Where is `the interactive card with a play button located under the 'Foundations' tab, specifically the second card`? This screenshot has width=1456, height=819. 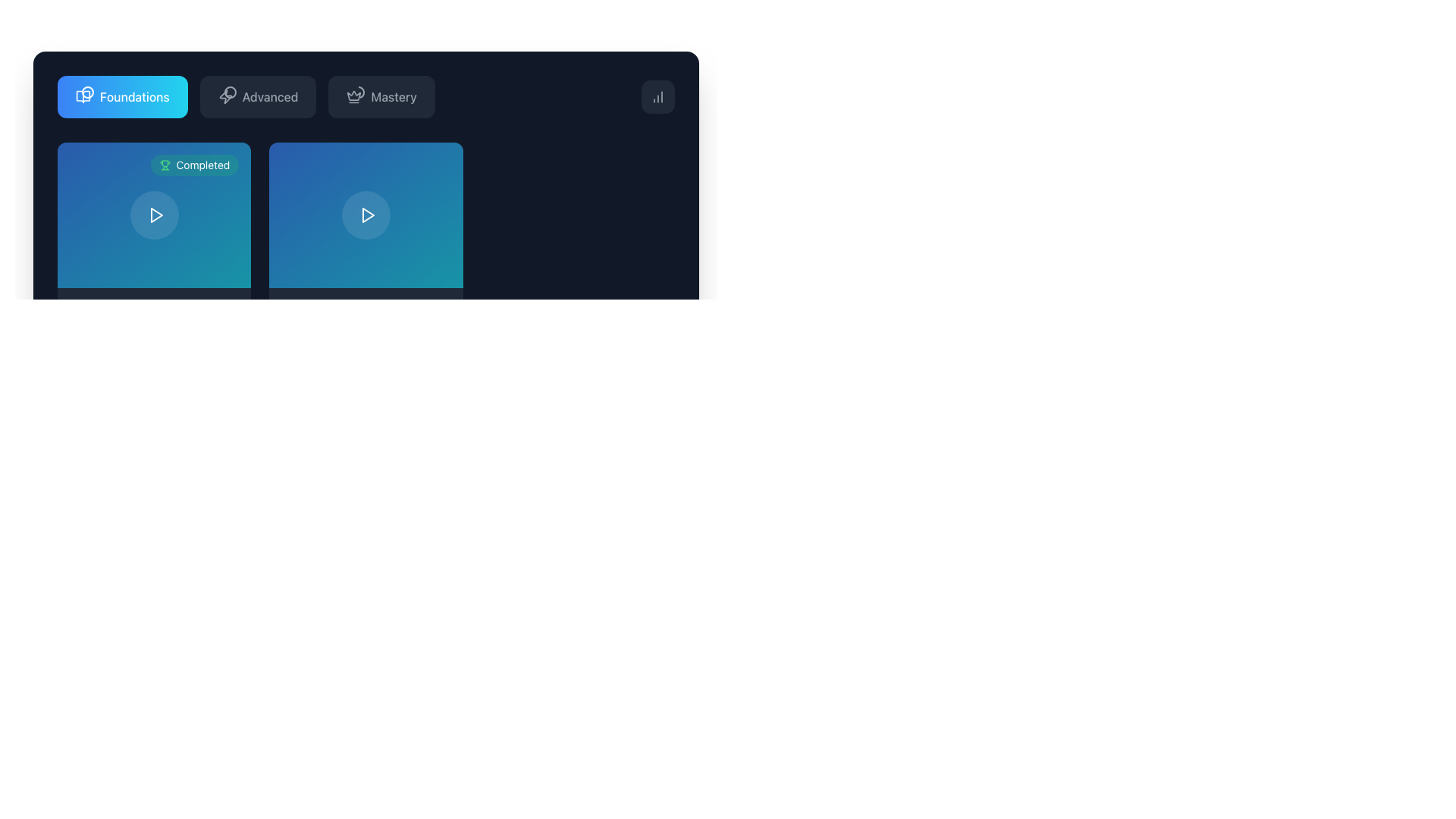 the interactive card with a play button located under the 'Foundations' tab, specifically the second card is located at coordinates (366, 245).